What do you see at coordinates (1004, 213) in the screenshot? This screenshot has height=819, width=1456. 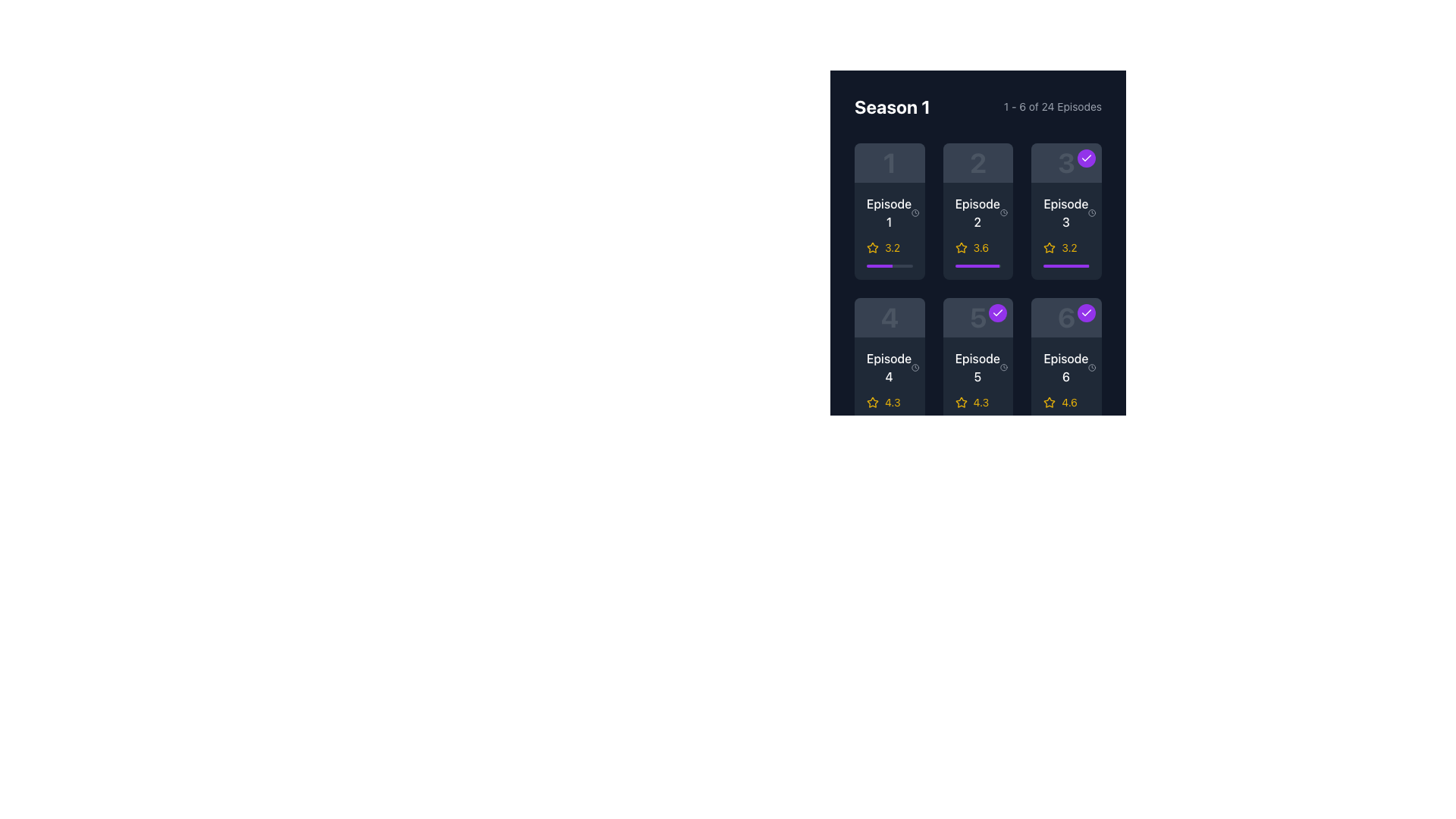 I see `the circular graphical element that serves as the base of the clock icon located in the 'Episode 2' card in the top row, second column of the grid layout` at bounding box center [1004, 213].